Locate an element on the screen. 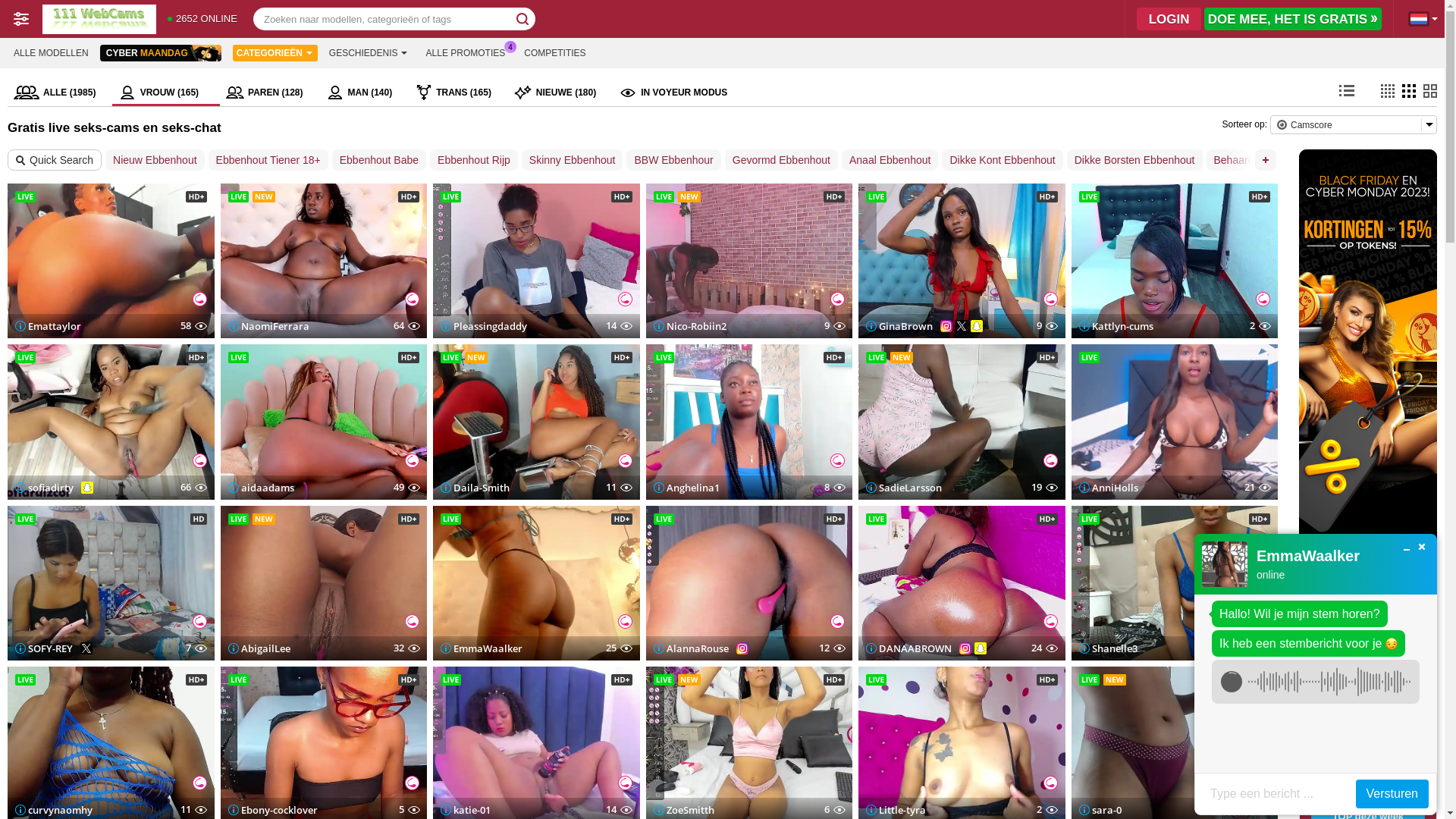 Image resolution: width=1456 pixels, height=819 pixels. 'Skinny Ebbenhout' is located at coordinates (571, 160).